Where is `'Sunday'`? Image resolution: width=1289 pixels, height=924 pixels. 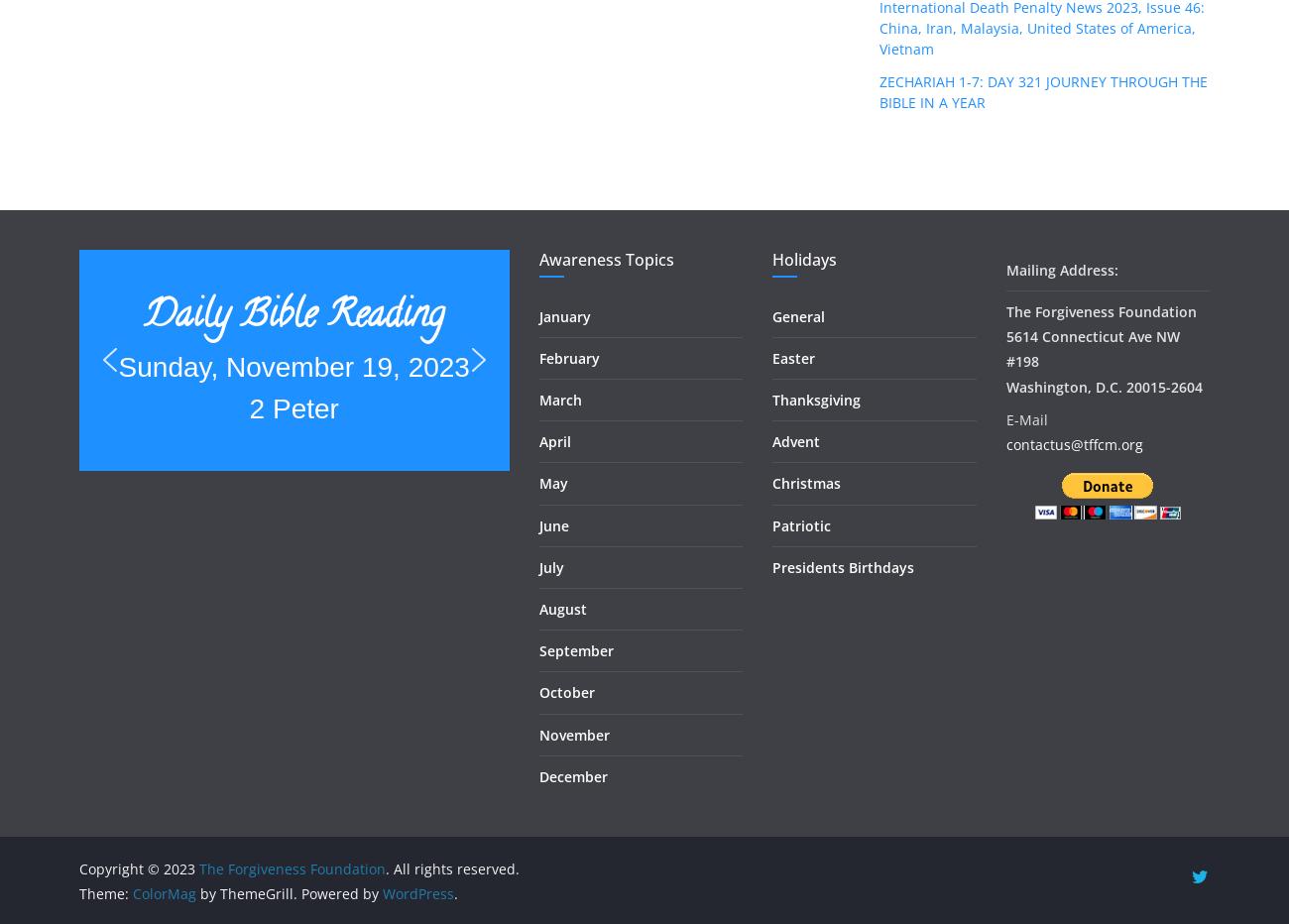
'Sunday' is located at coordinates (293, 256).